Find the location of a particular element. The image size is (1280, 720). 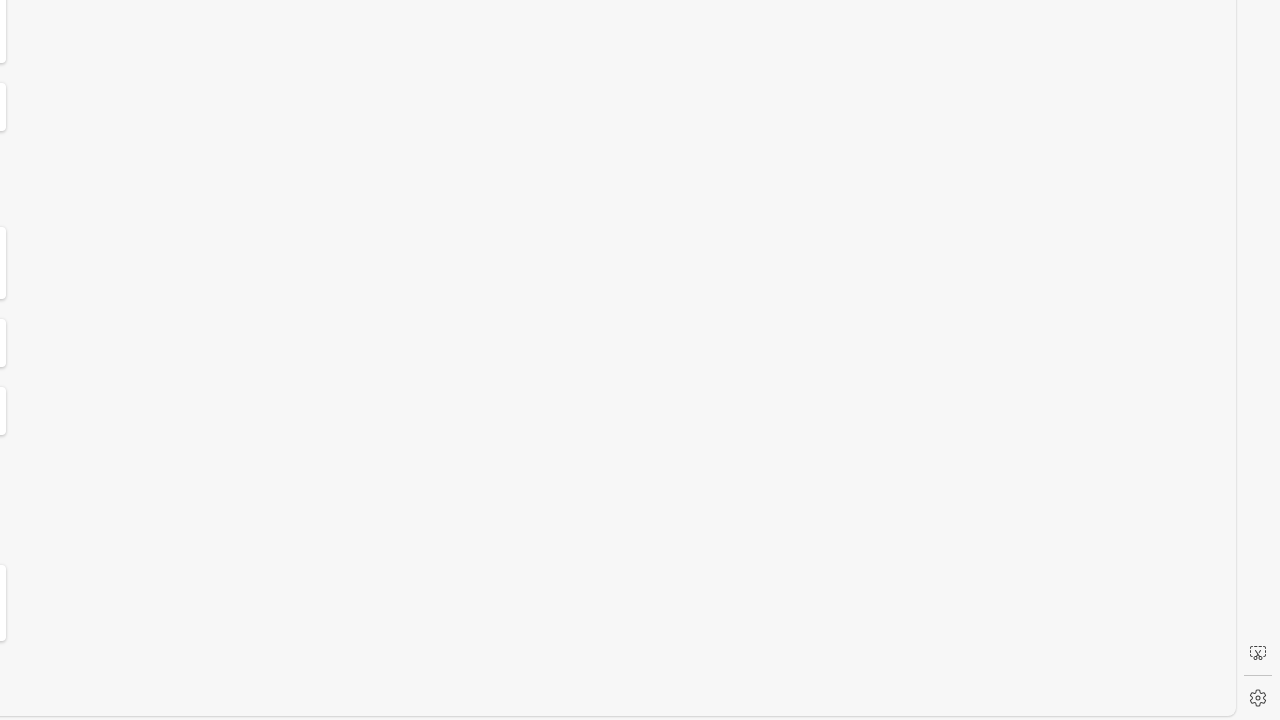

'Settings' is located at coordinates (1256, 696).